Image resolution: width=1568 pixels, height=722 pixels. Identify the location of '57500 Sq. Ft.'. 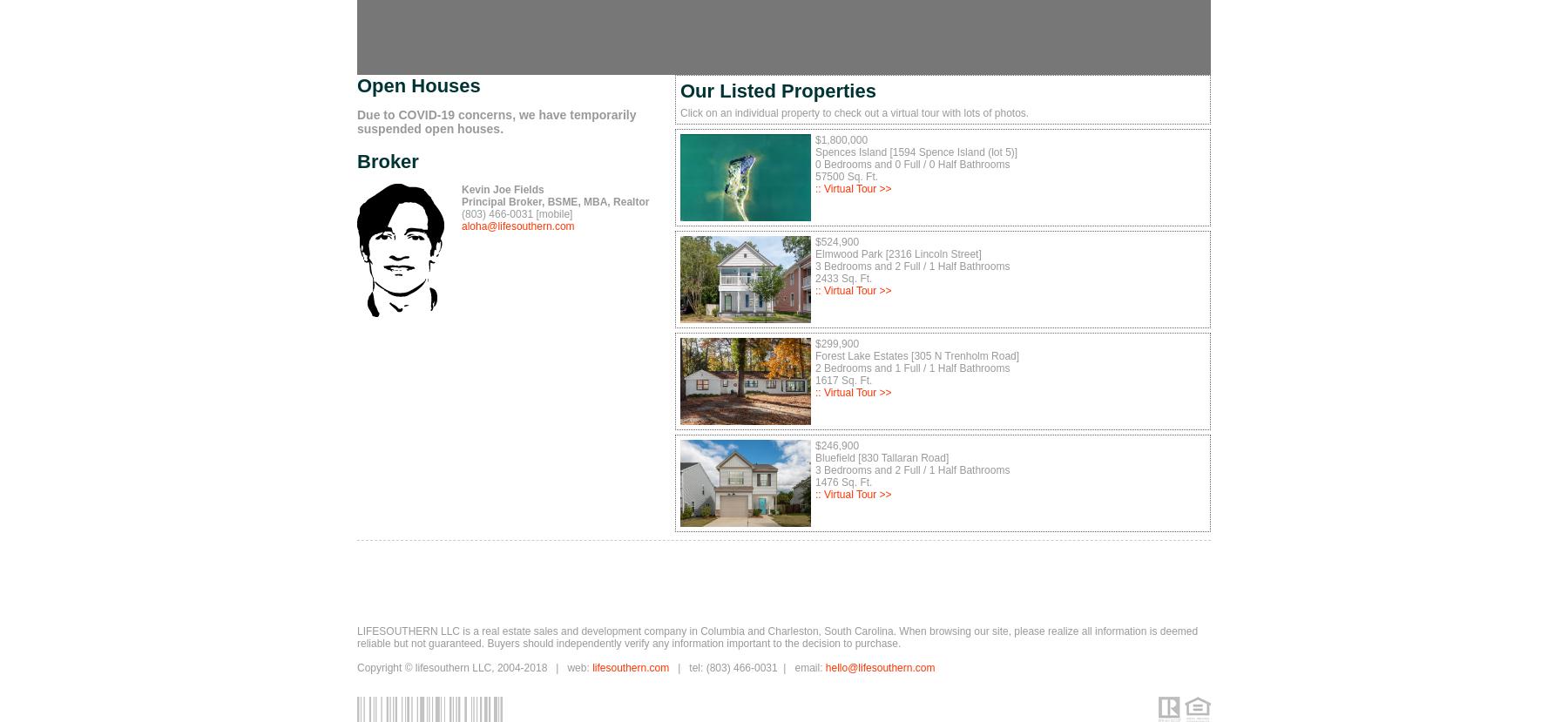
(846, 176).